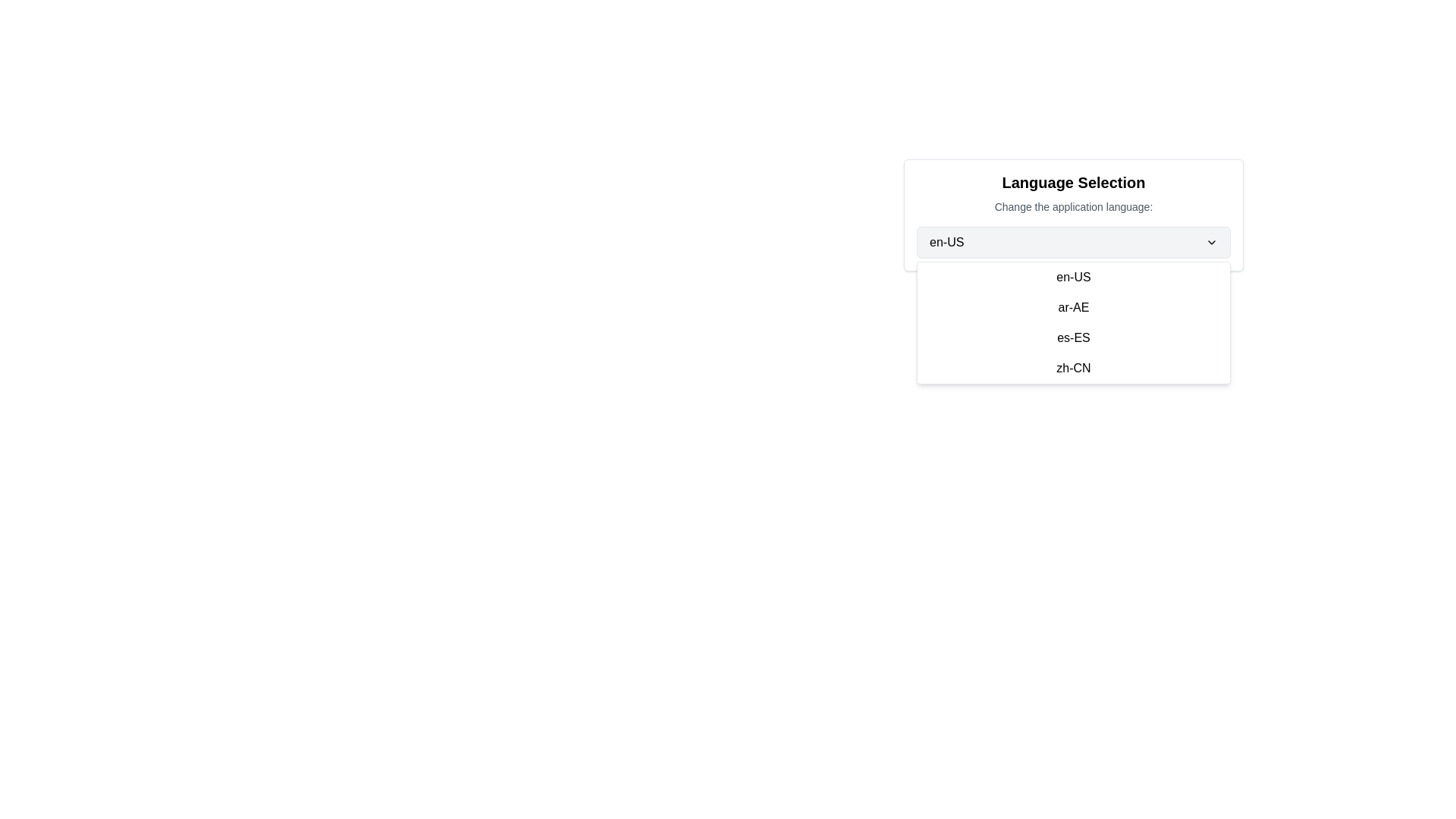 The image size is (1456, 819). I want to click on the dropdown menu labeled 'en-US', so click(1073, 242).